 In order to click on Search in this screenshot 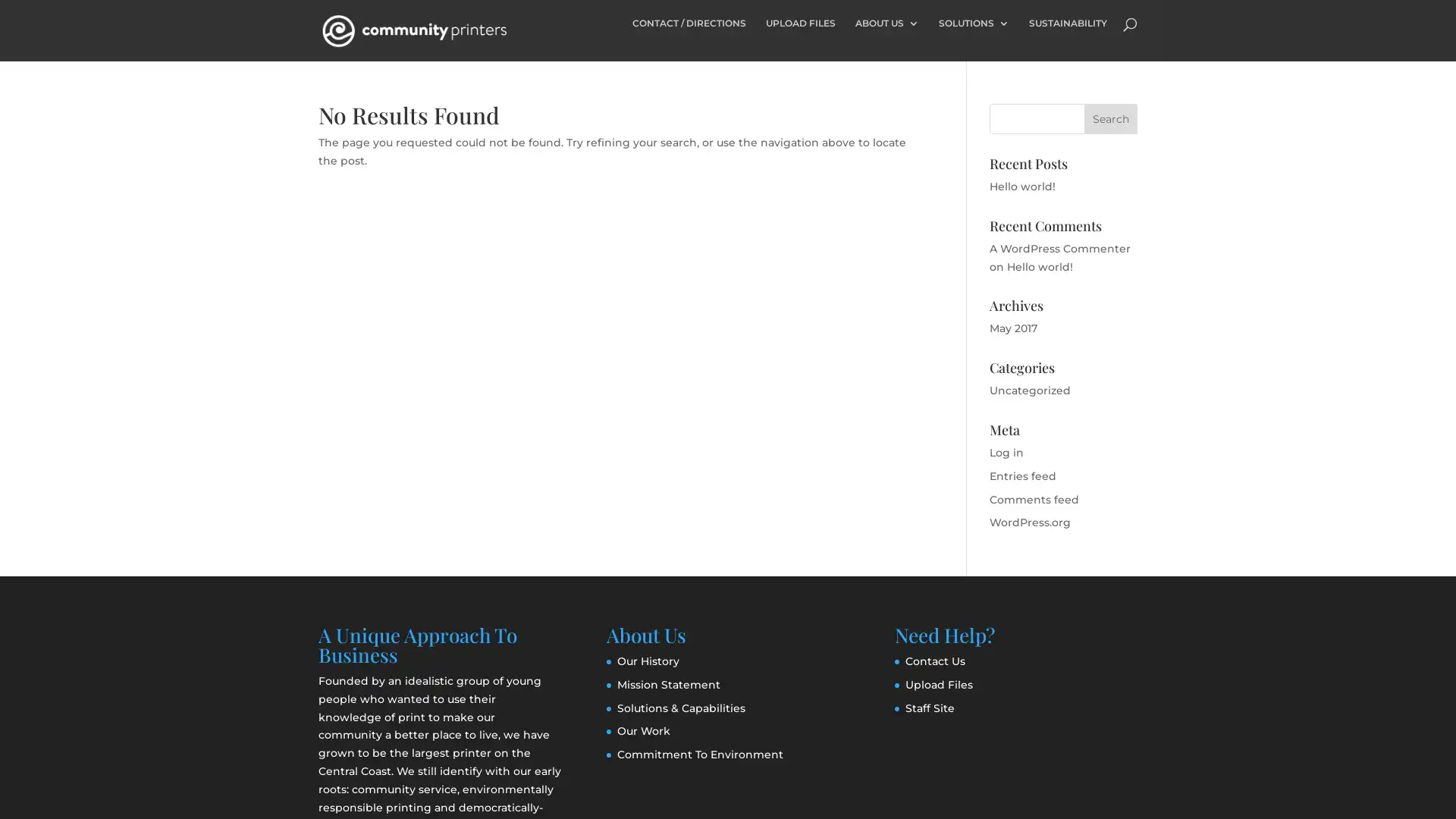, I will do `click(1110, 125)`.